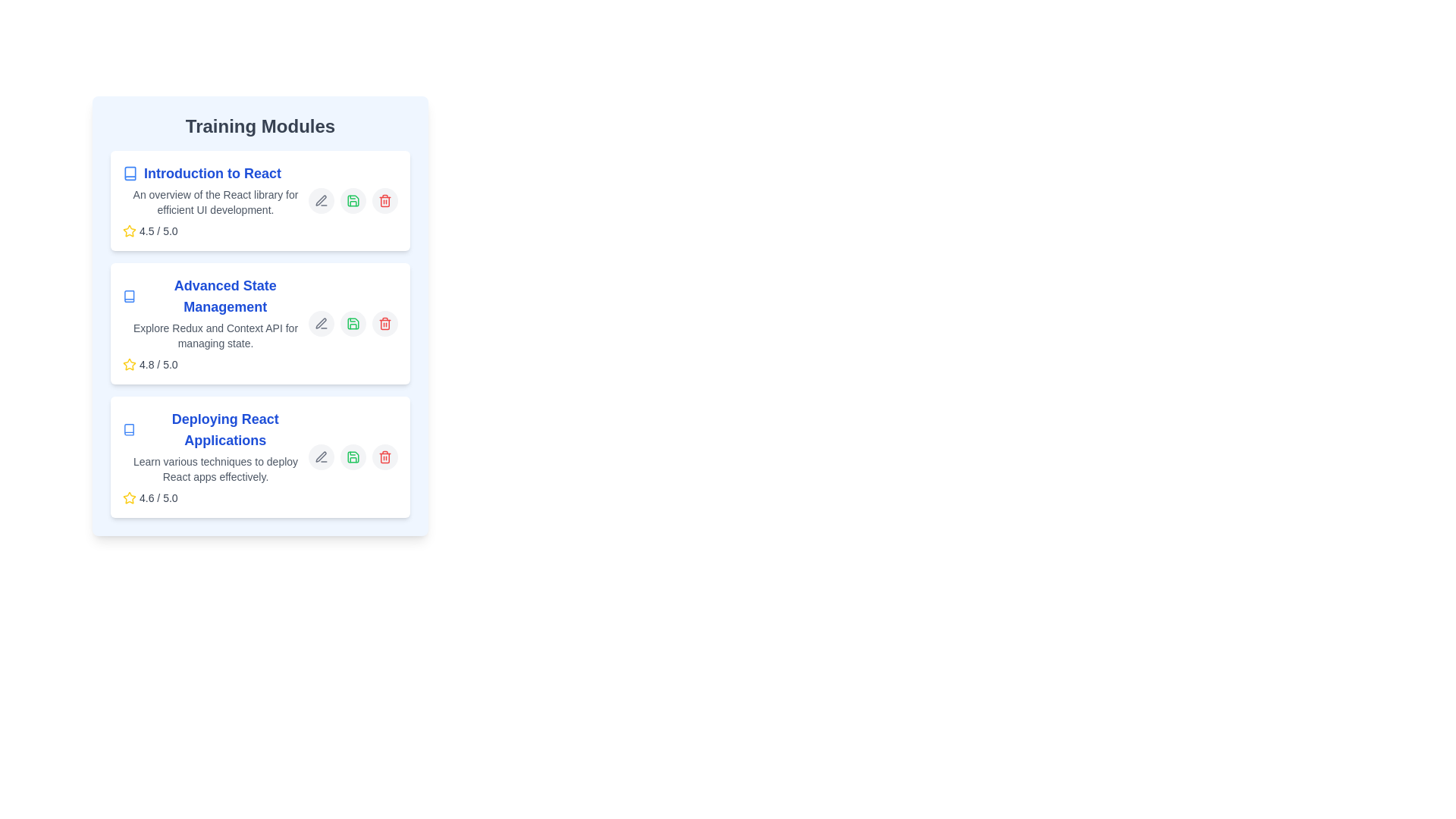 This screenshot has width=1456, height=819. Describe the element at coordinates (352, 200) in the screenshot. I see `the green save icon styled as a floppy disk located on the right side of the 'Introduction to React' training module entry` at that location.